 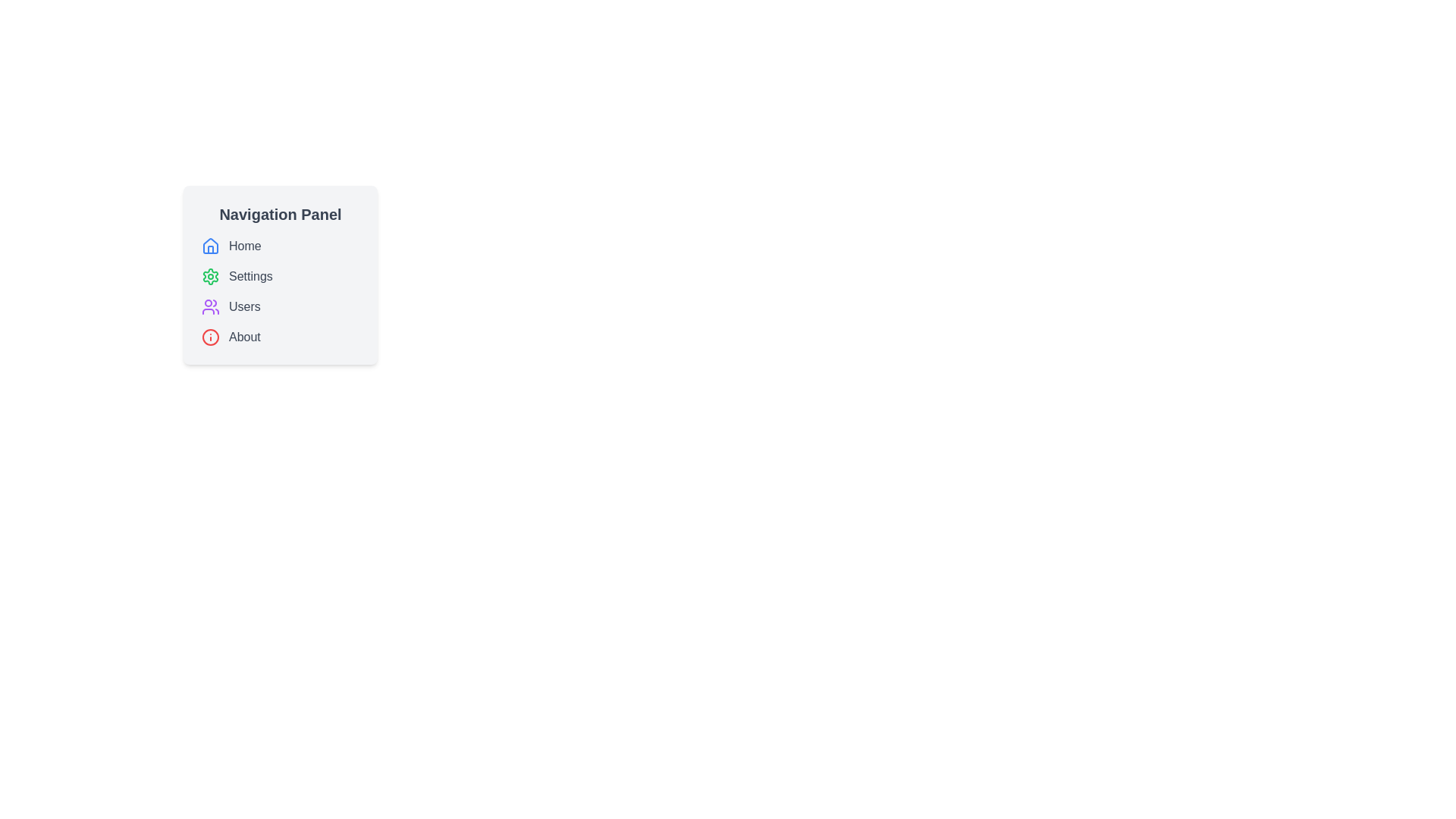 I want to click on the Navigation Menu located centrally within the 'Navigation Panel', so click(x=280, y=292).